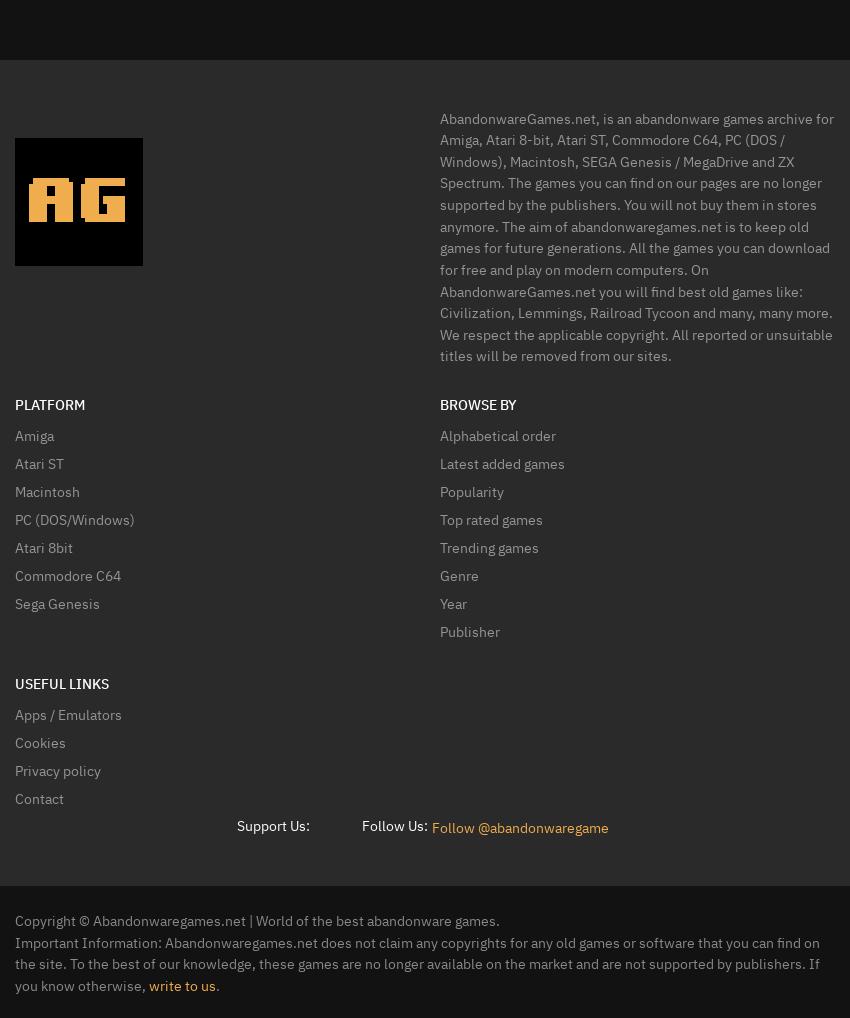 Image resolution: width=850 pixels, height=1018 pixels. What do you see at coordinates (394, 823) in the screenshot?
I see `'Follow Us:'` at bounding box center [394, 823].